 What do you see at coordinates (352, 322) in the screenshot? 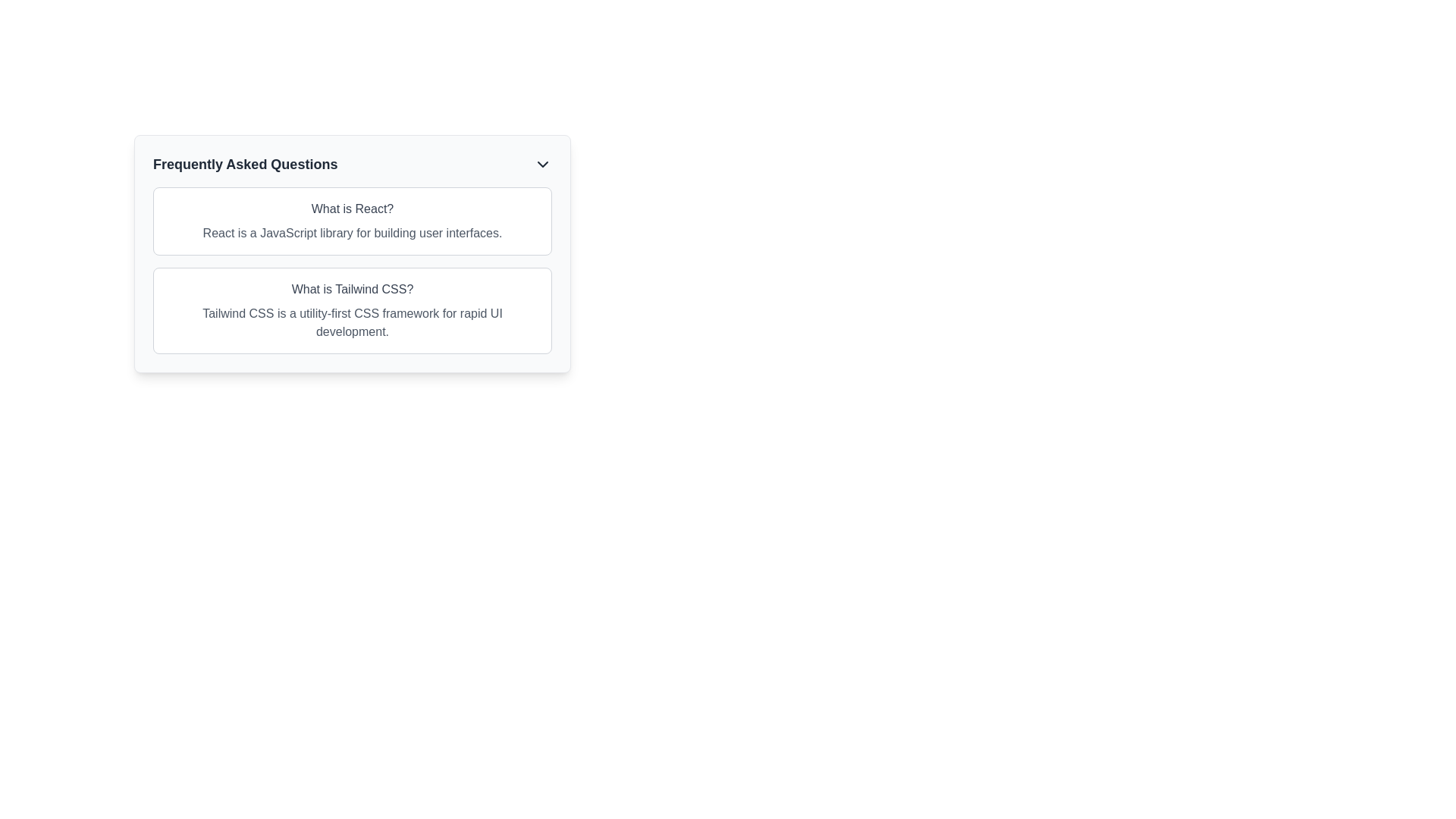
I see `the descriptive text element that provides an explanation of Tailwind CSS, positioned below the title 'What is Tailwind CSS?' in the FAQ interface` at bounding box center [352, 322].